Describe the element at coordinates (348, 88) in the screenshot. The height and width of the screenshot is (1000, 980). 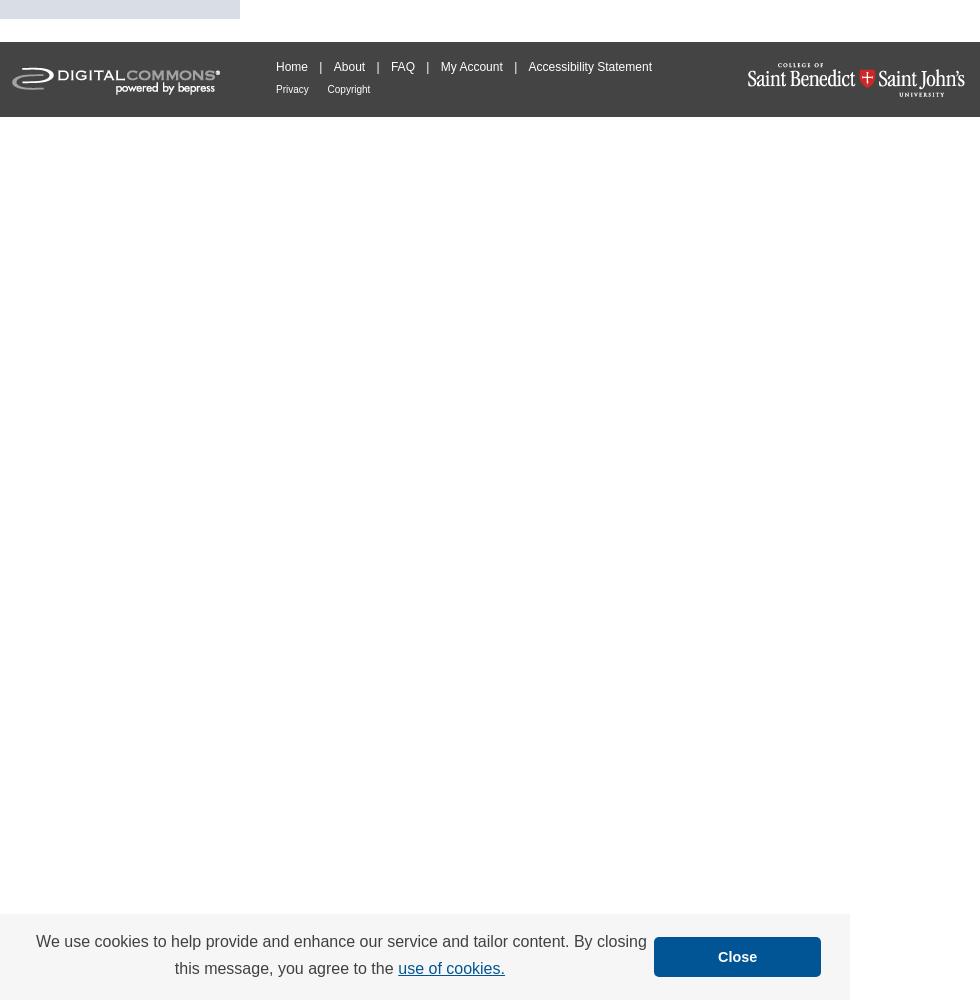
I see `'Copyright'` at that location.